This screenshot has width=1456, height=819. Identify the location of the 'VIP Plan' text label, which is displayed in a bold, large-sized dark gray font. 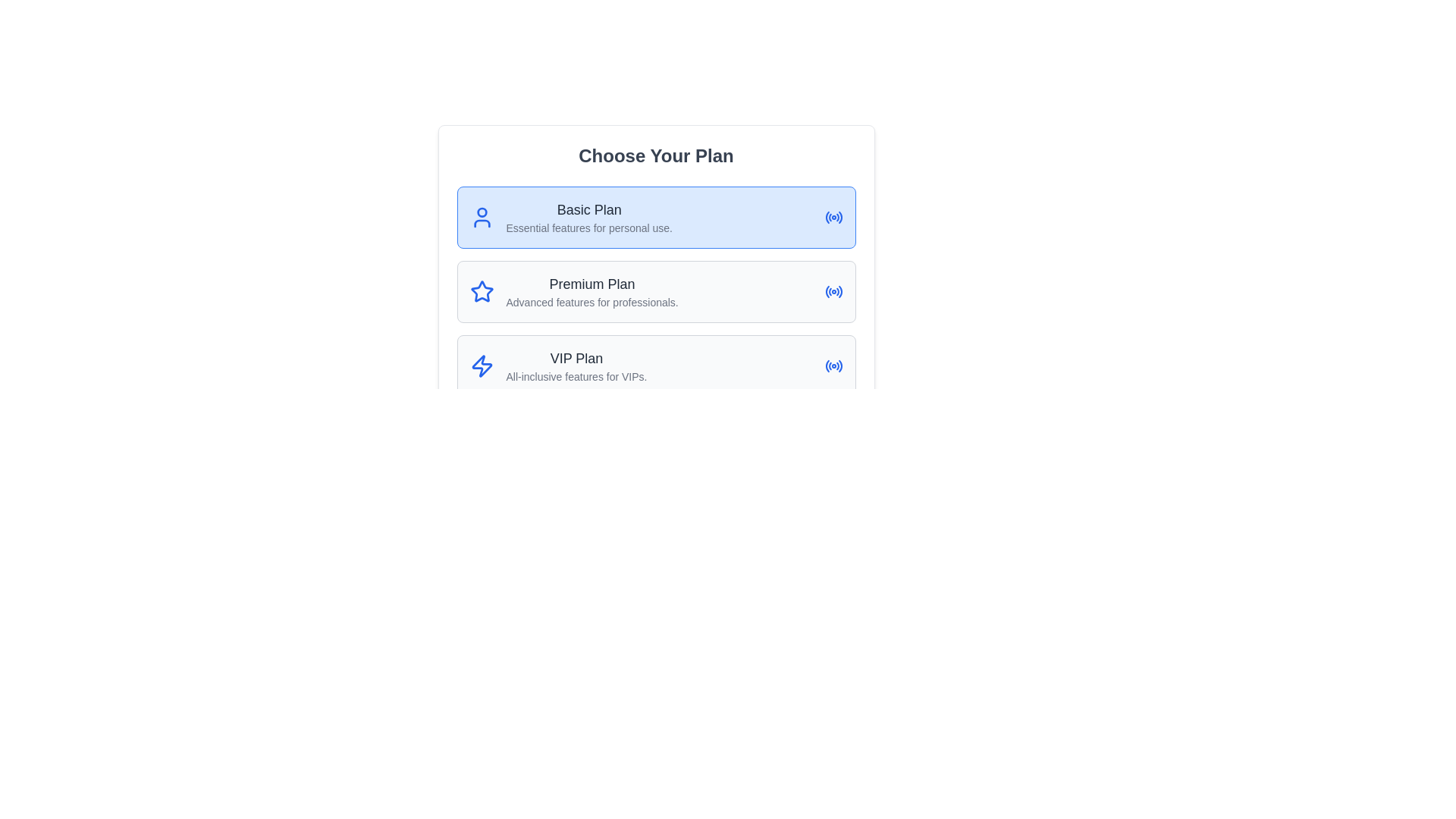
(576, 359).